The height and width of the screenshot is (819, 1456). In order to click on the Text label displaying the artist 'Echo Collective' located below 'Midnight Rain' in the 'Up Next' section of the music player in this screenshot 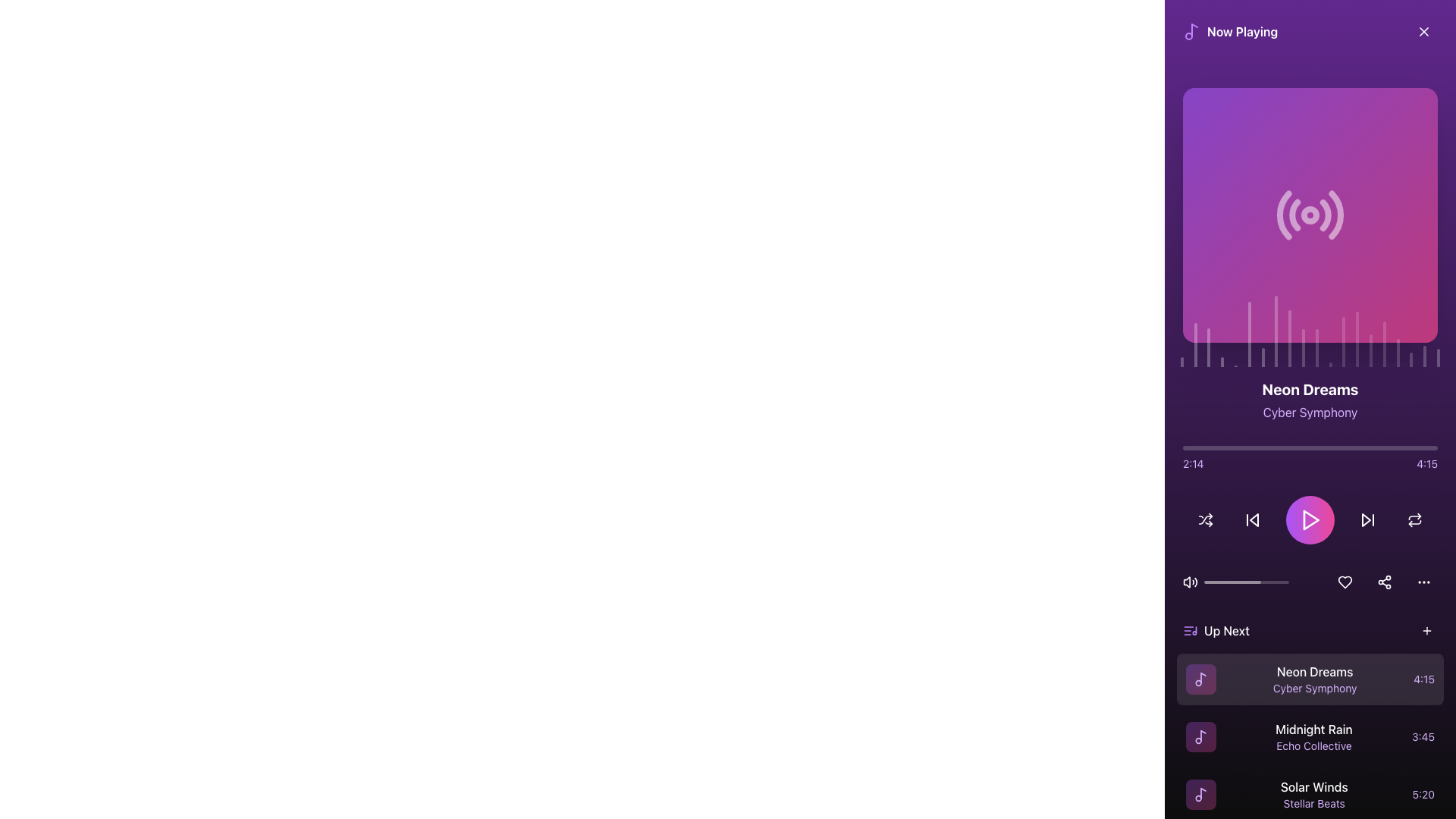, I will do `click(1313, 745)`.